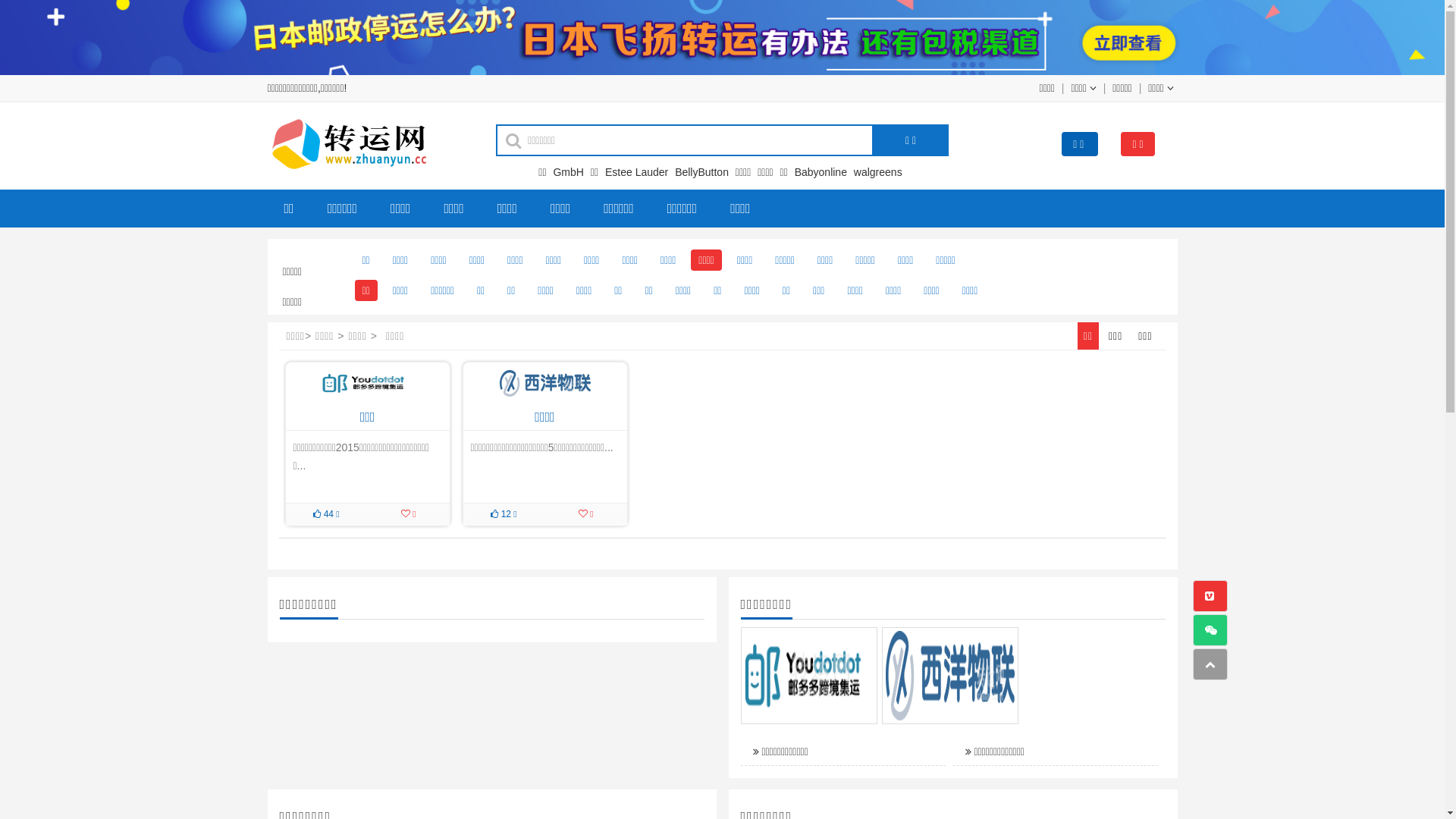  I want to click on 'walgreens', so click(880, 171).